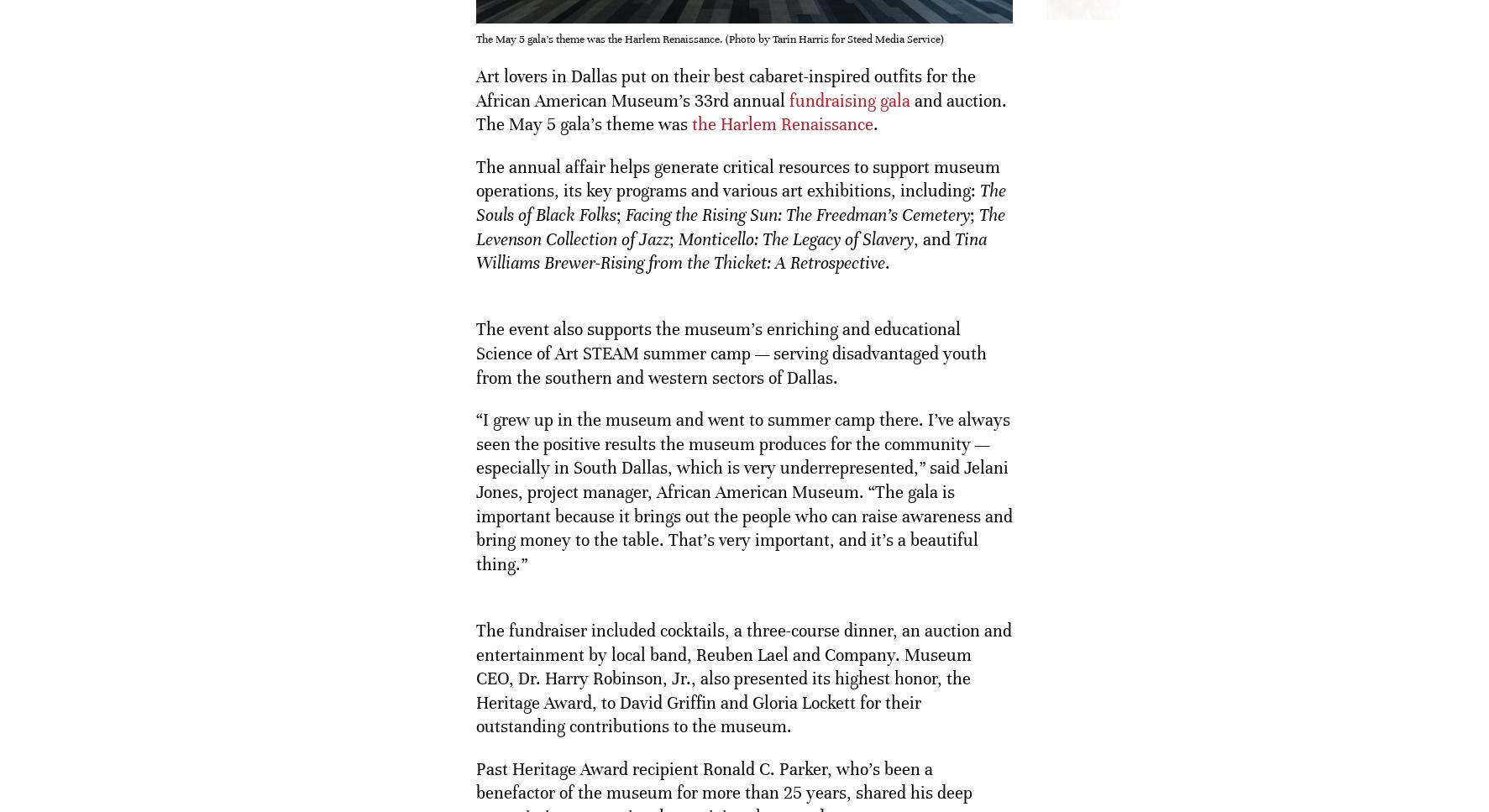  Describe the element at coordinates (913, 238) in the screenshot. I see `', and'` at that location.